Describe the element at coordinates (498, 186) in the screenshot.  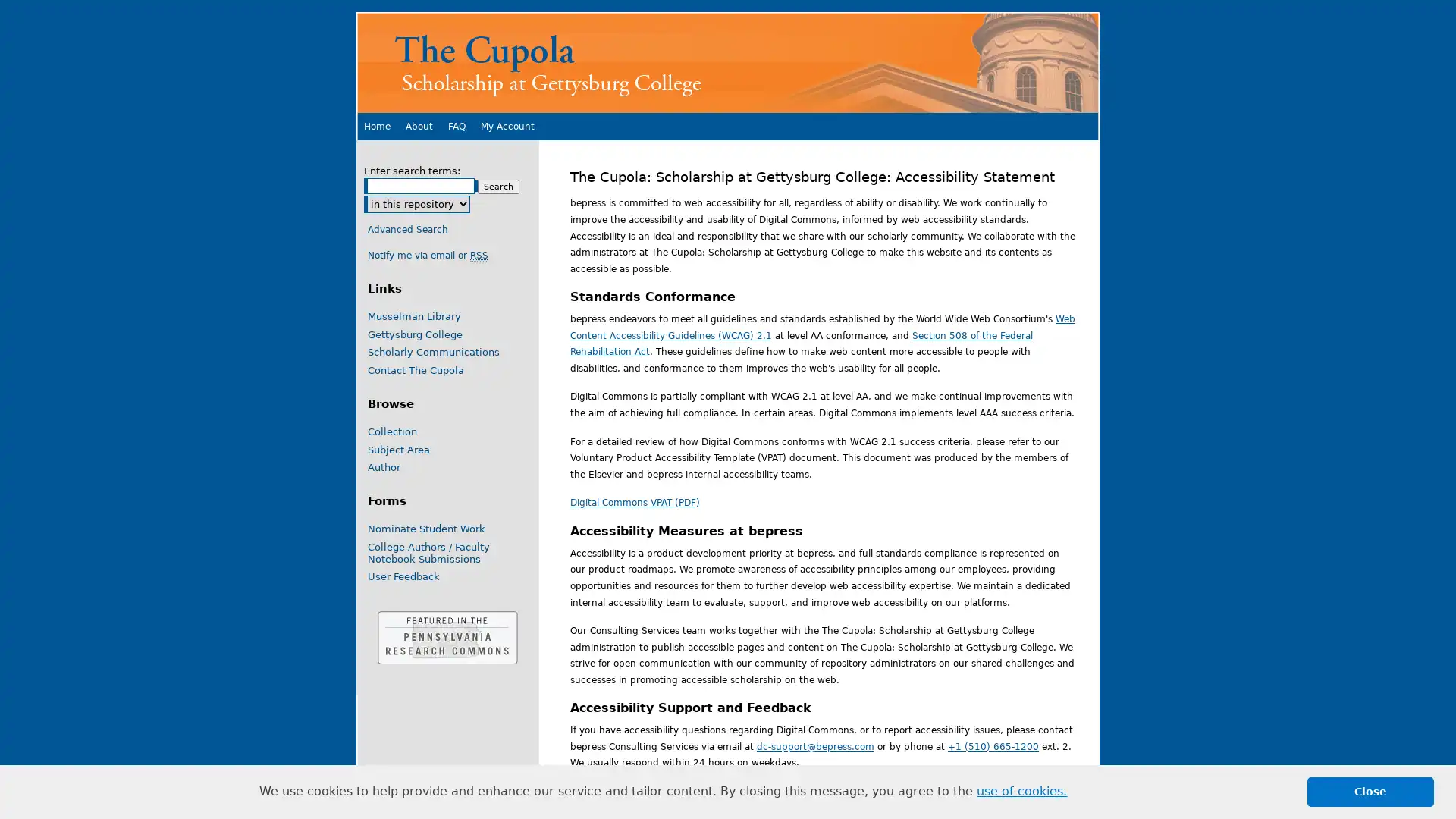
I see `Search` at that location.